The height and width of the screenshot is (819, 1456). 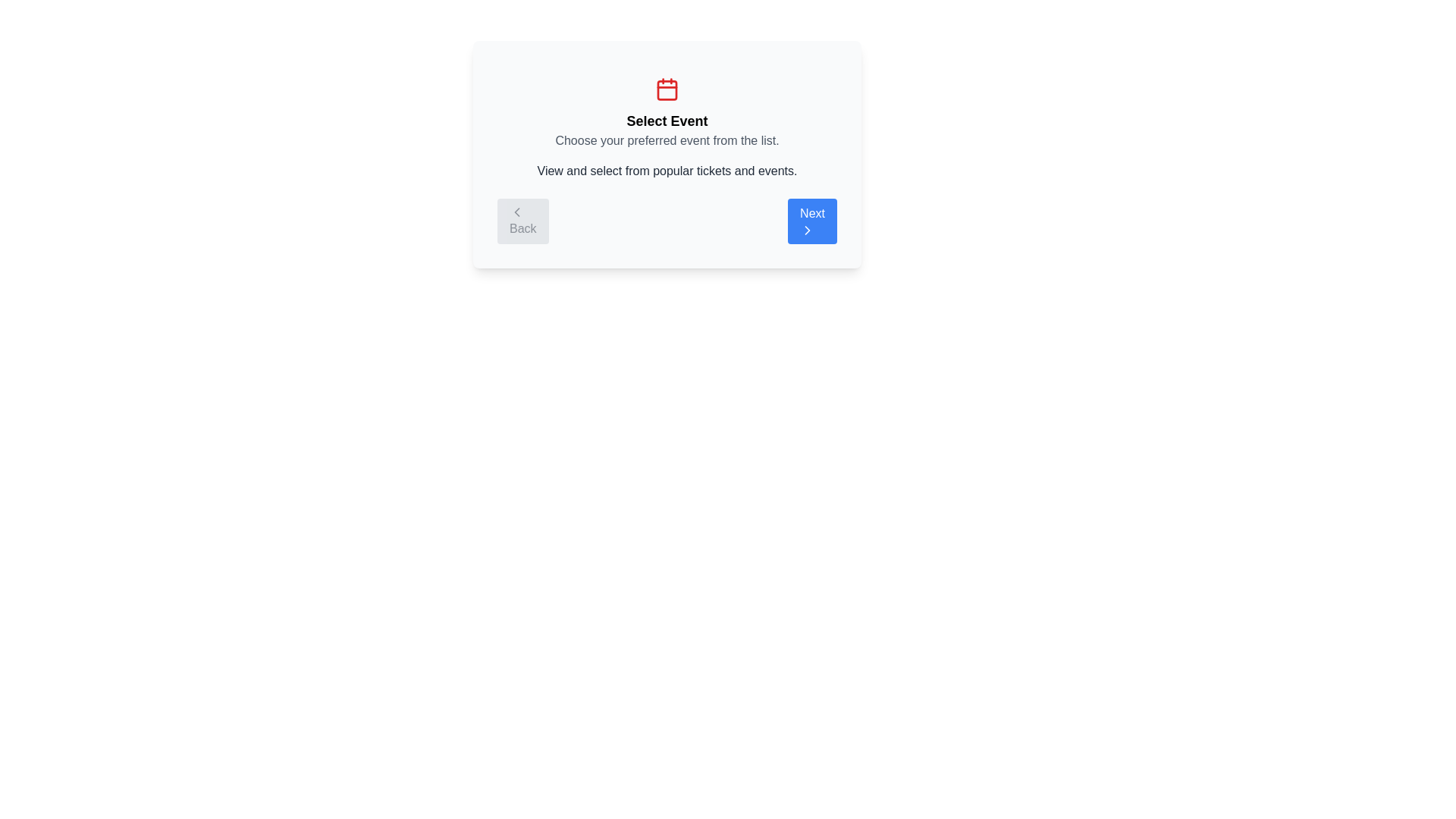 What do you see at coordinates (811, 221) in the screenshot?
I see `the 'Next' button` at bounding box center [811, 221].